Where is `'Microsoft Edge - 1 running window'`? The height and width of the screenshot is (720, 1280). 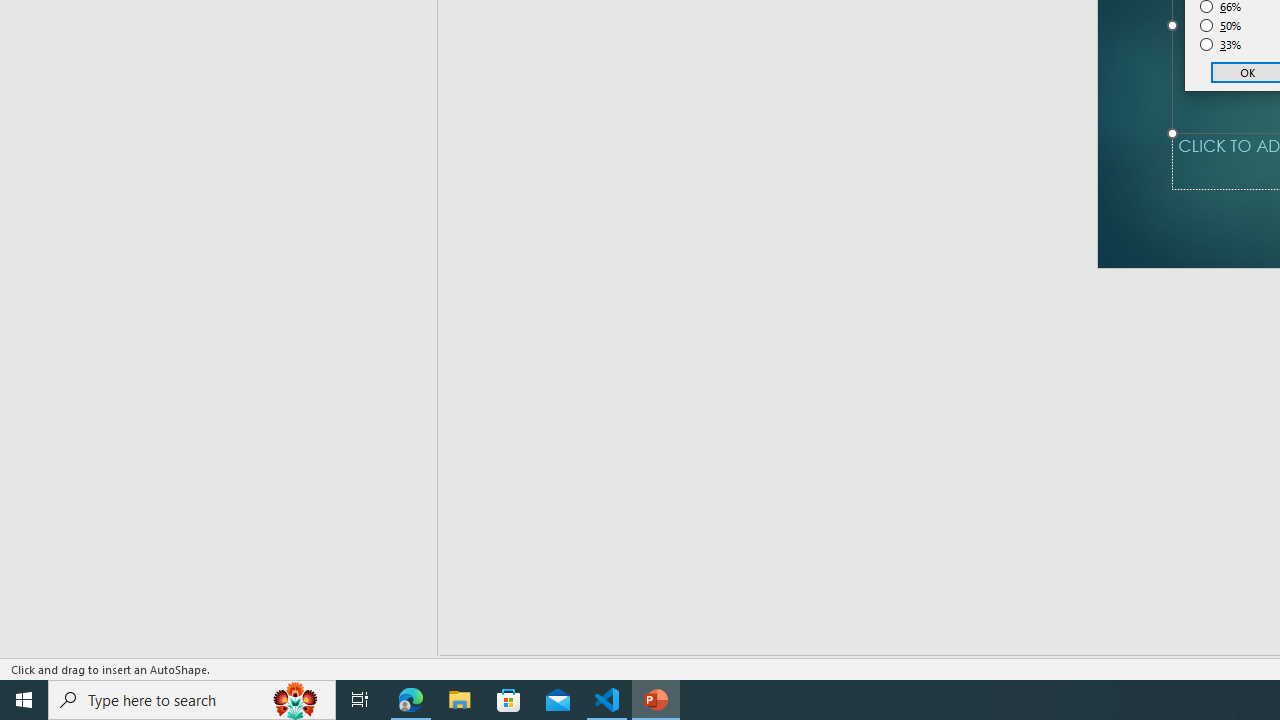 'Microsoft Edge - 1 running window' is located at coordinates (410, 698).